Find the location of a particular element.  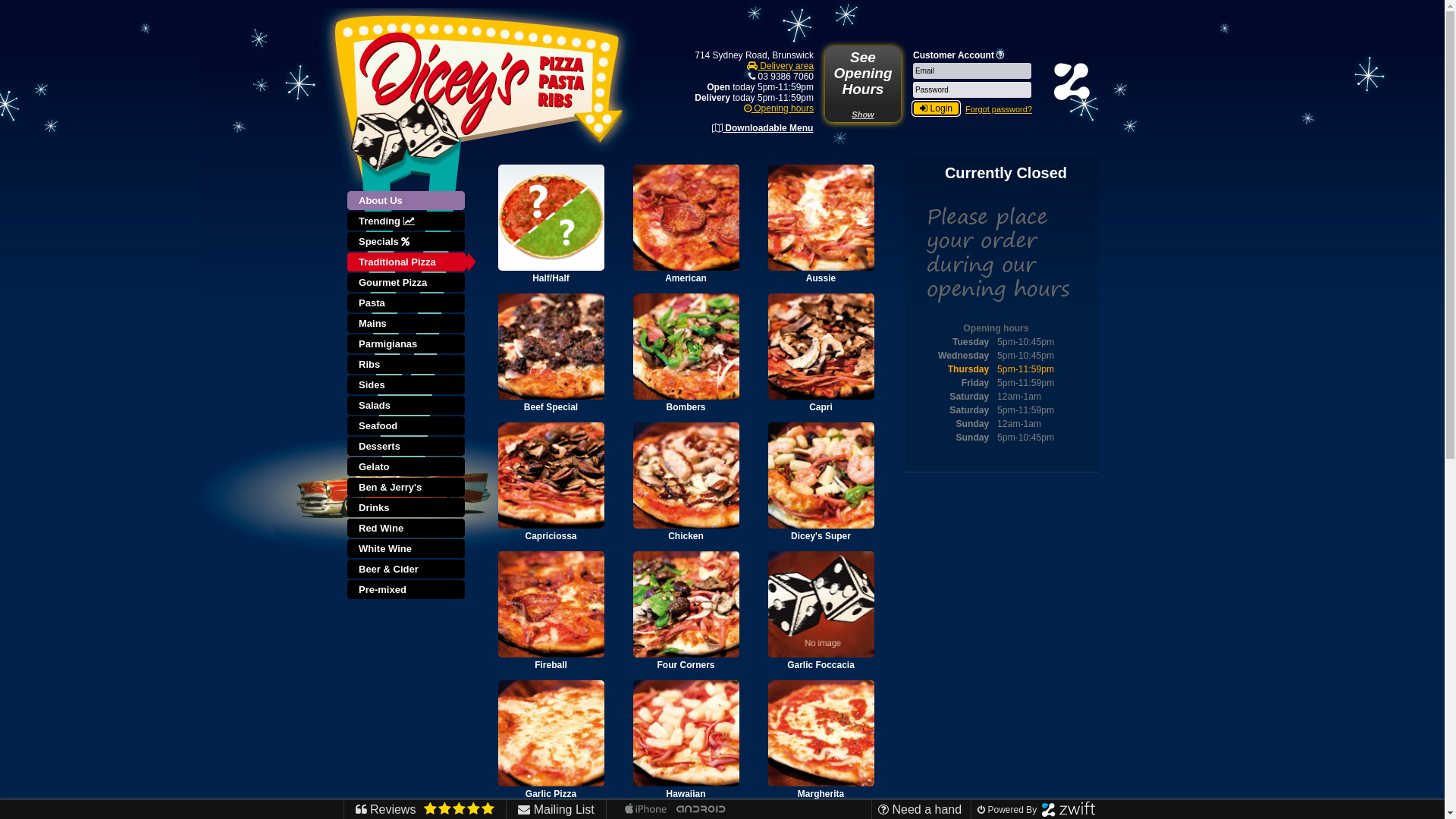

'Pre-mixed' is located at coordinates (407, 589).